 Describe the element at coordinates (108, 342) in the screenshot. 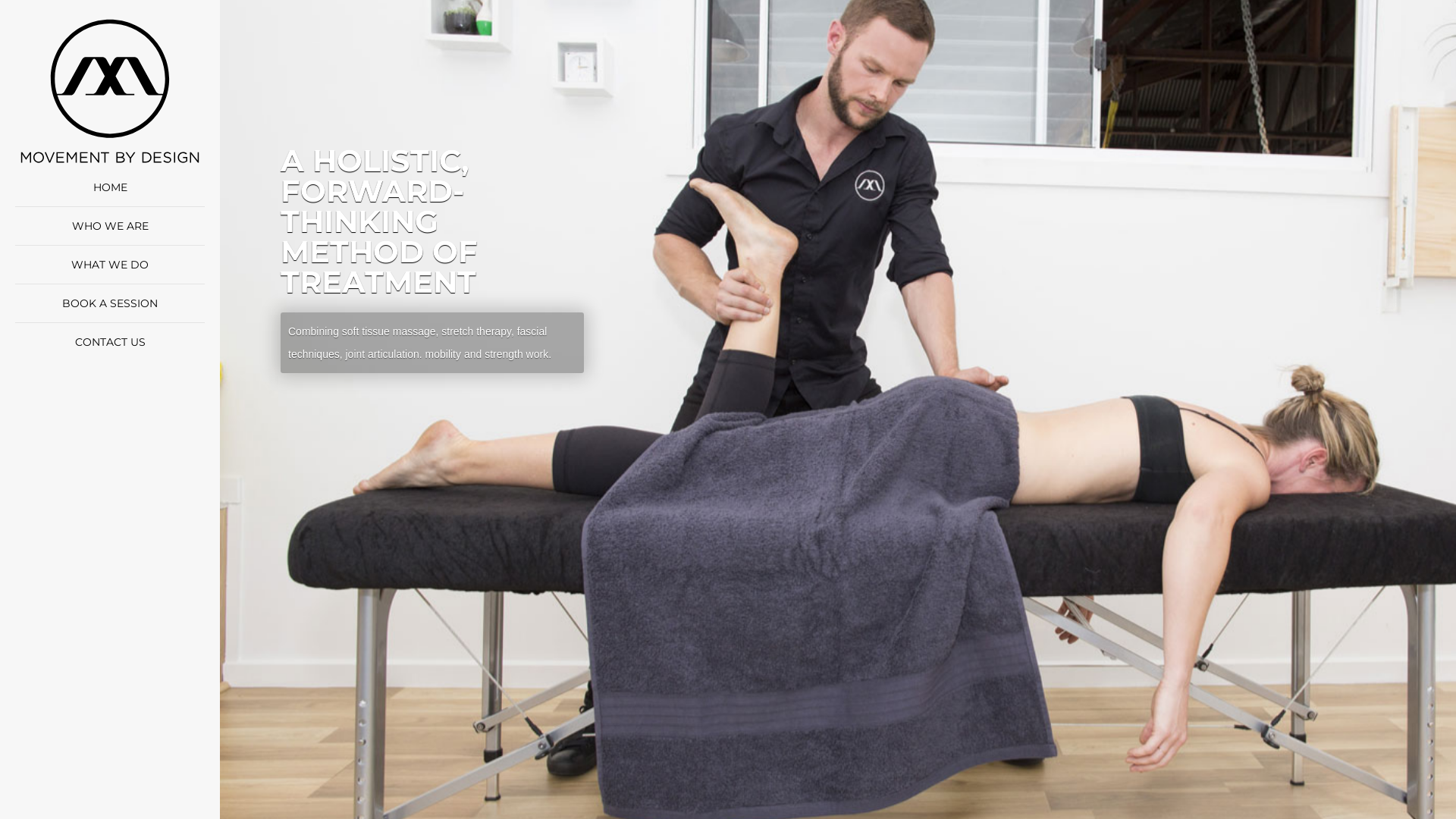

I see `'CONTACT US'` at that location.